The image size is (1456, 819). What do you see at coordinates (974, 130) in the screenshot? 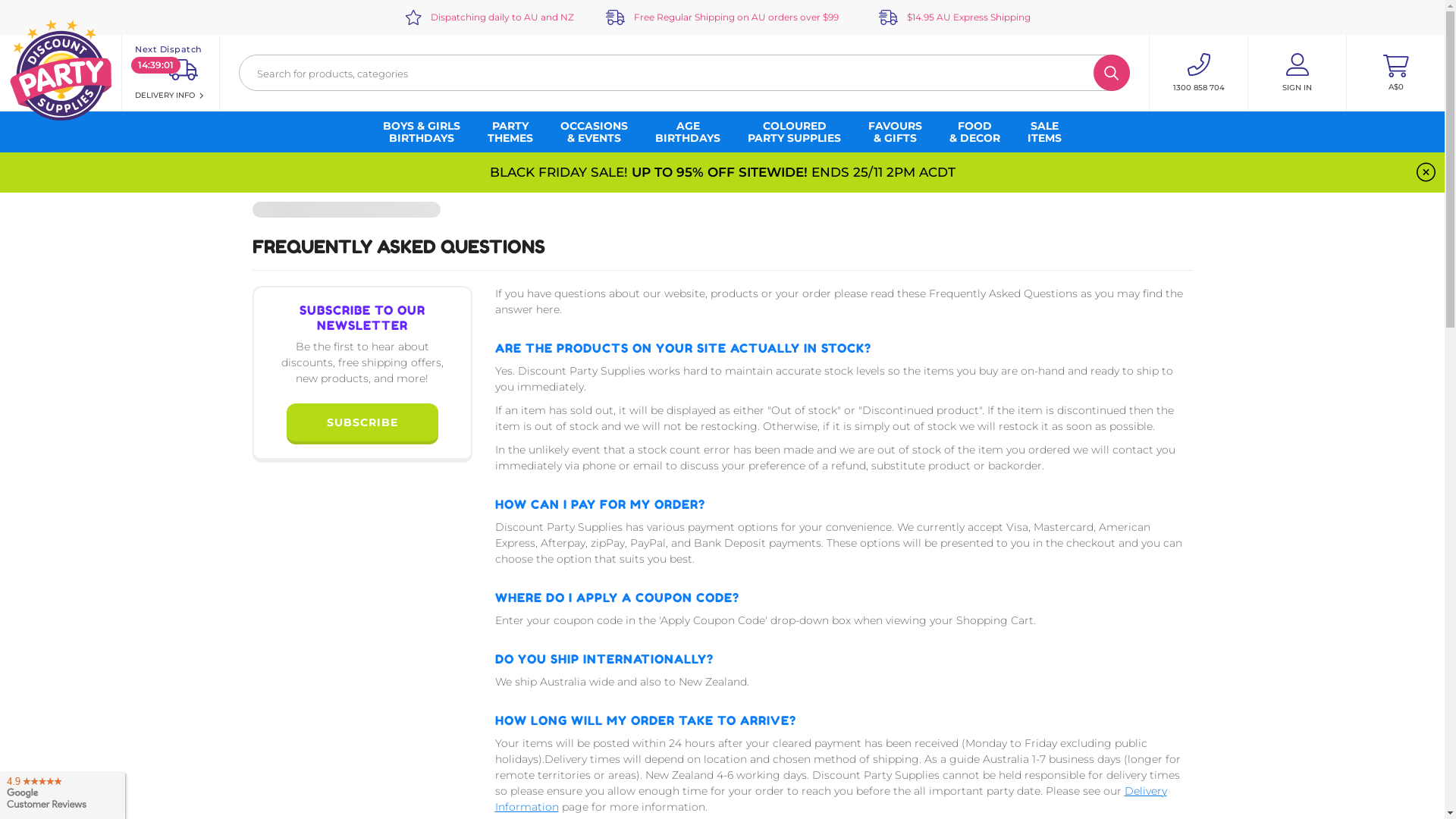
I see `'FOOD` at bounding box center [974, 130].